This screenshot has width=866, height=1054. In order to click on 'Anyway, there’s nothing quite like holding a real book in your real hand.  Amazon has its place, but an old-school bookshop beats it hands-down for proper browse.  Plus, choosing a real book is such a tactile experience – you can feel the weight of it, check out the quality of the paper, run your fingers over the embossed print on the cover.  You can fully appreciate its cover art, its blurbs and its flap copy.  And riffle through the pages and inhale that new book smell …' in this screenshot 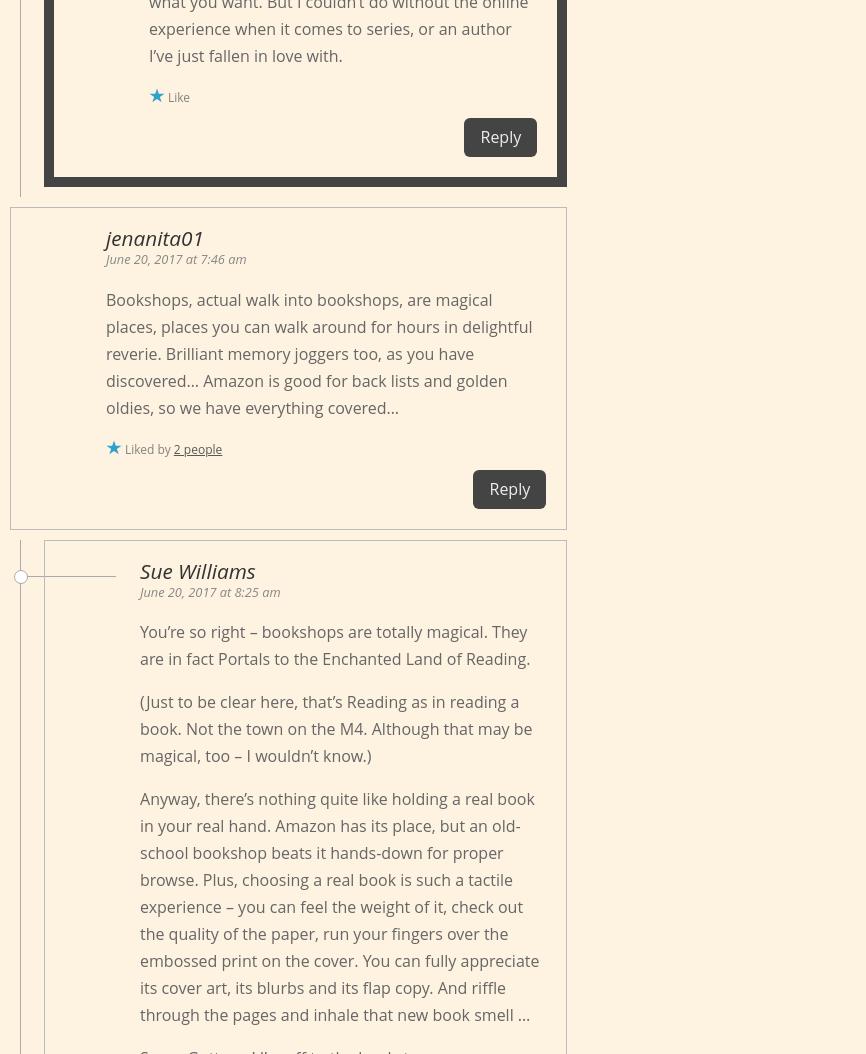, I will do `click(338, 905)`.